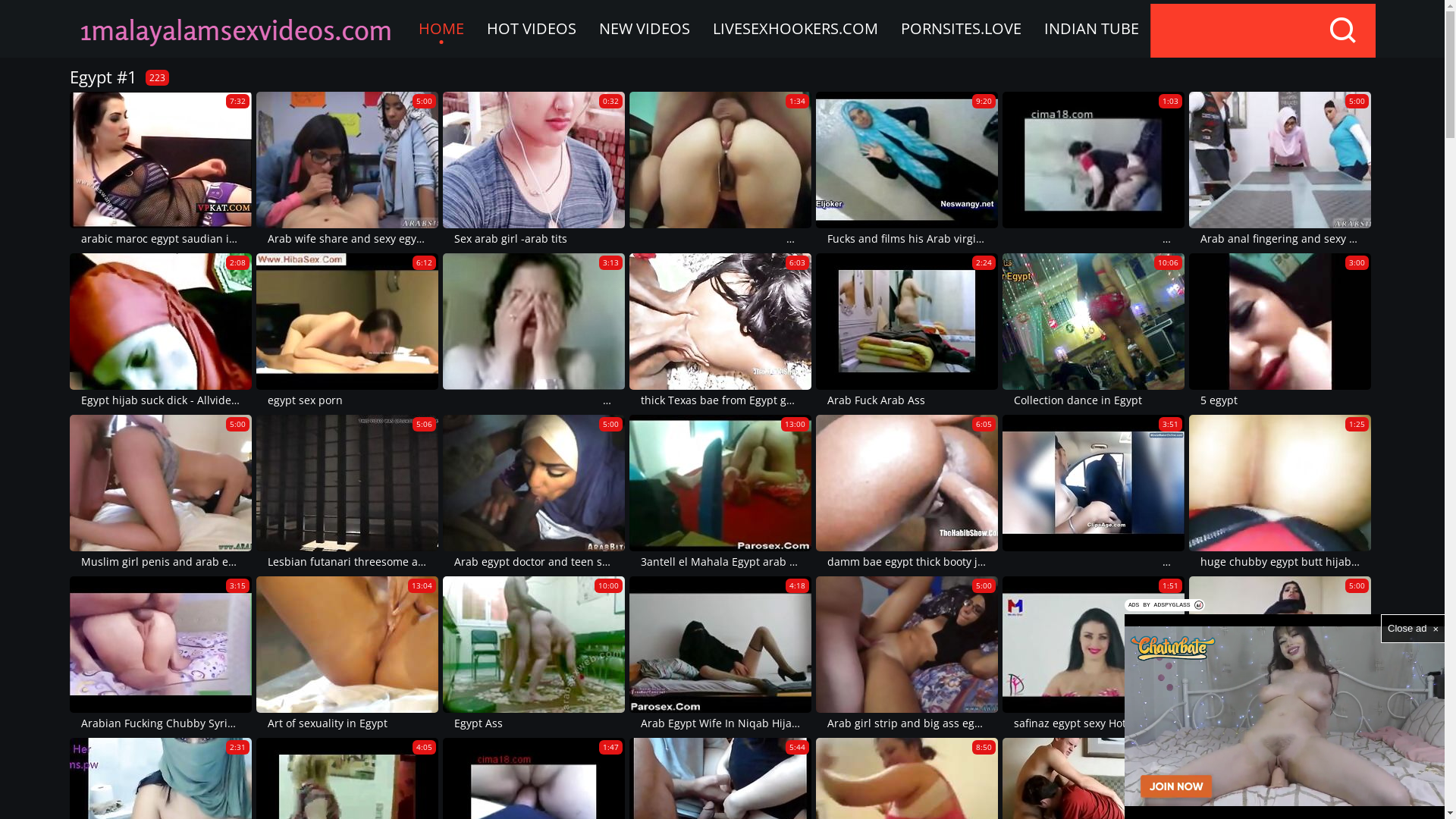 This screenshot has width=1456, height=819. Describe the element at coordinates (906, 170) in the screenshot. I see `'9:20` at that location.